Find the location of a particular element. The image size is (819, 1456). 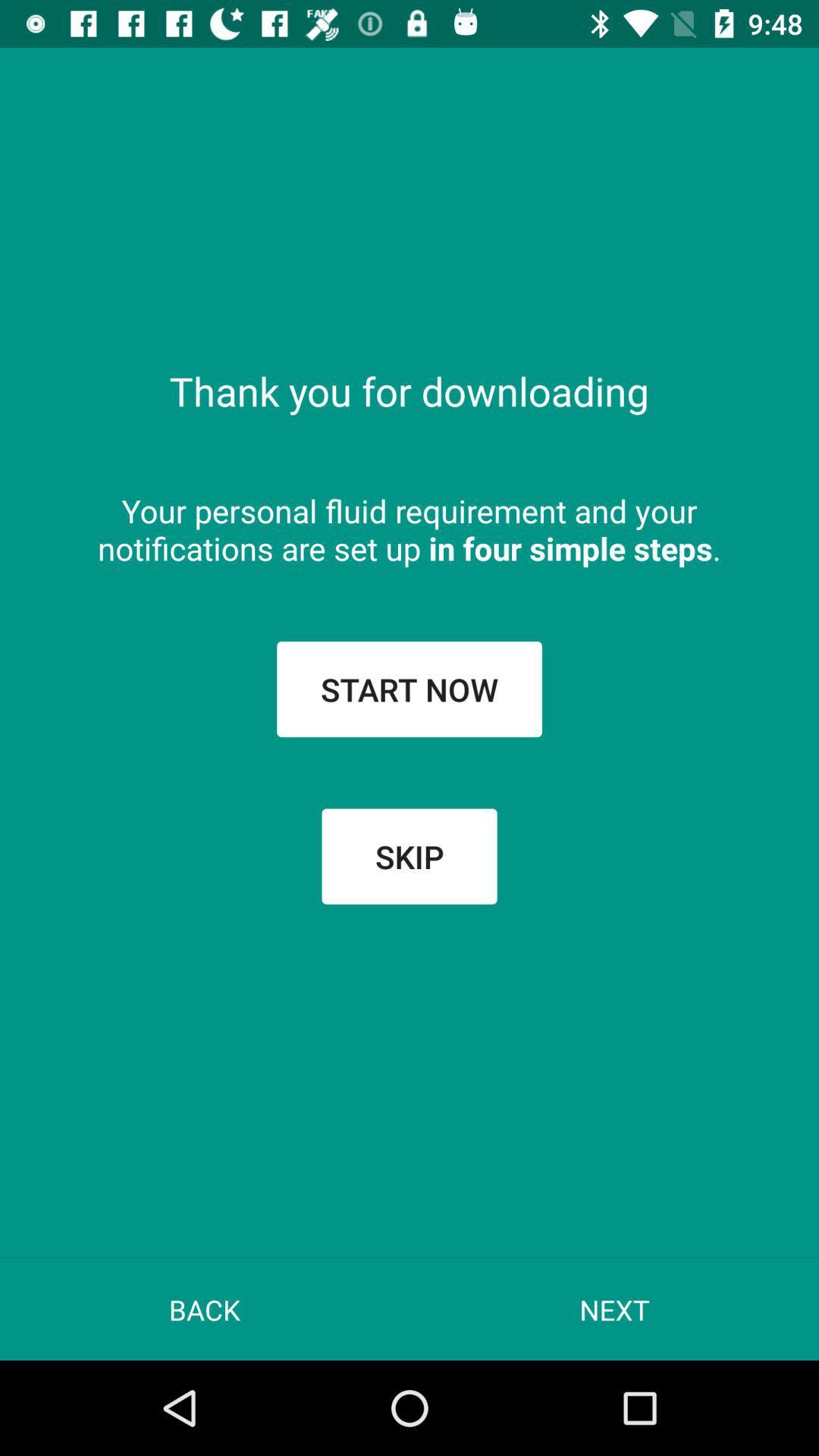

the app below the your personal fluid item is located at coordinates (409, 688).